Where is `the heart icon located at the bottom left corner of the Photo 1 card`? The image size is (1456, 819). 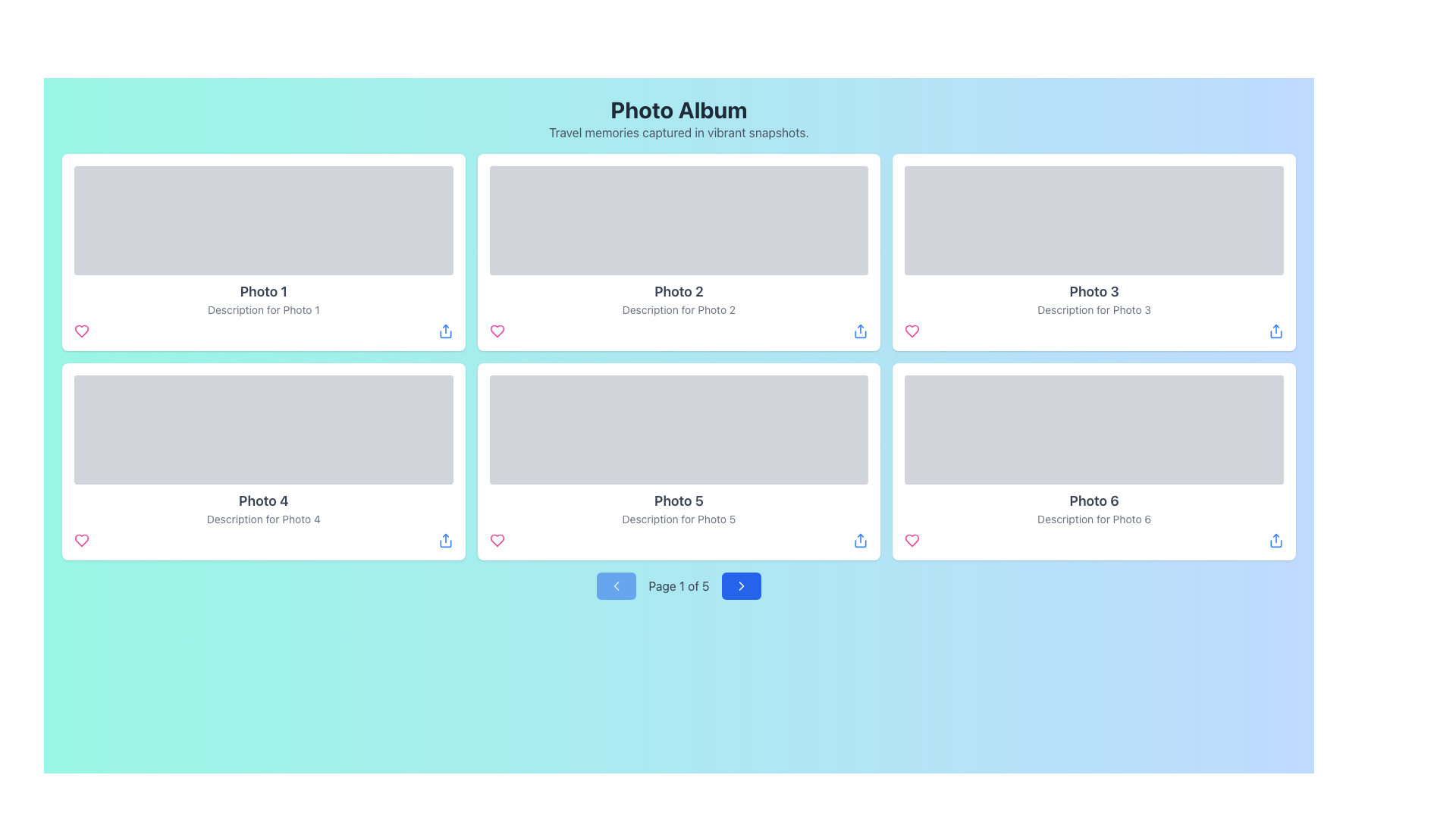 the heart icon located at the bottom left corner of the Photo 1 card is located at coordinates (497, 330).